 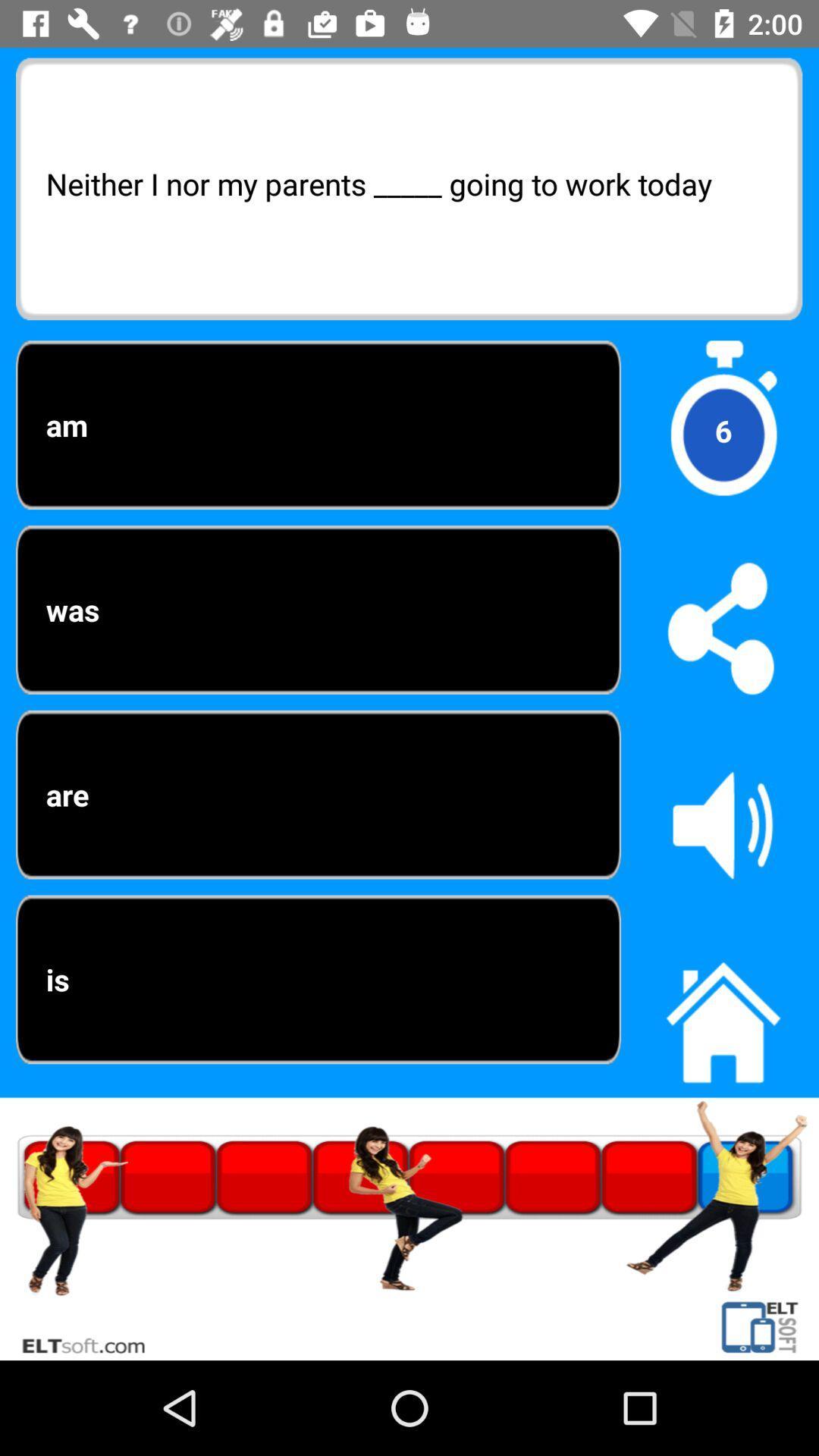 I want to click on the option which looks like a watch, so click(x=722, y=430).